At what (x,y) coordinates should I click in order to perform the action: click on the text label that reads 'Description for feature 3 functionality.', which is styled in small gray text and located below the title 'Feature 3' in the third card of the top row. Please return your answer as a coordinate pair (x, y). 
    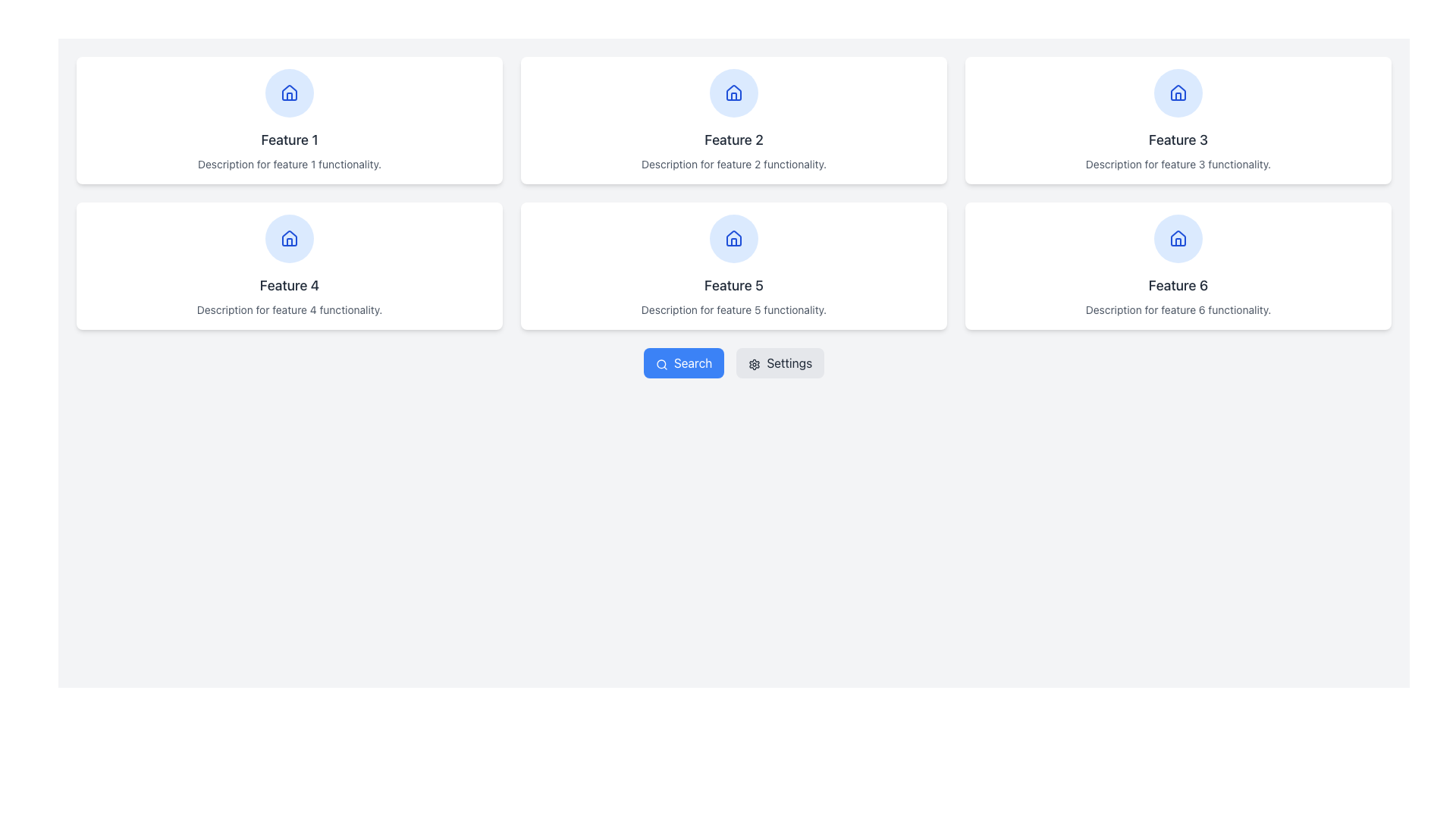
    Looking at the image, I should click on (1178, 164).